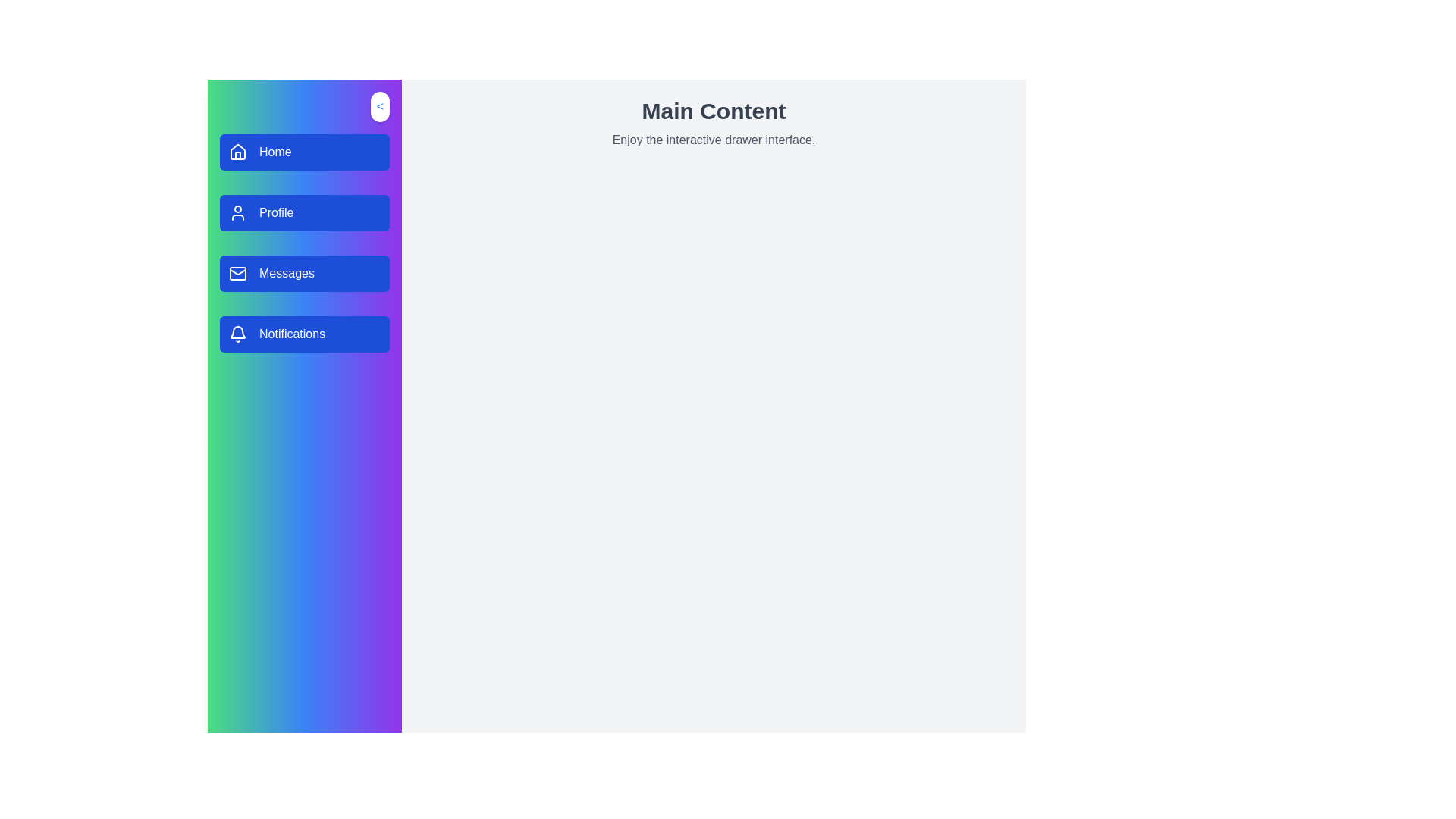  I want to click on the bell icon representing notifications, so click(237, 333).